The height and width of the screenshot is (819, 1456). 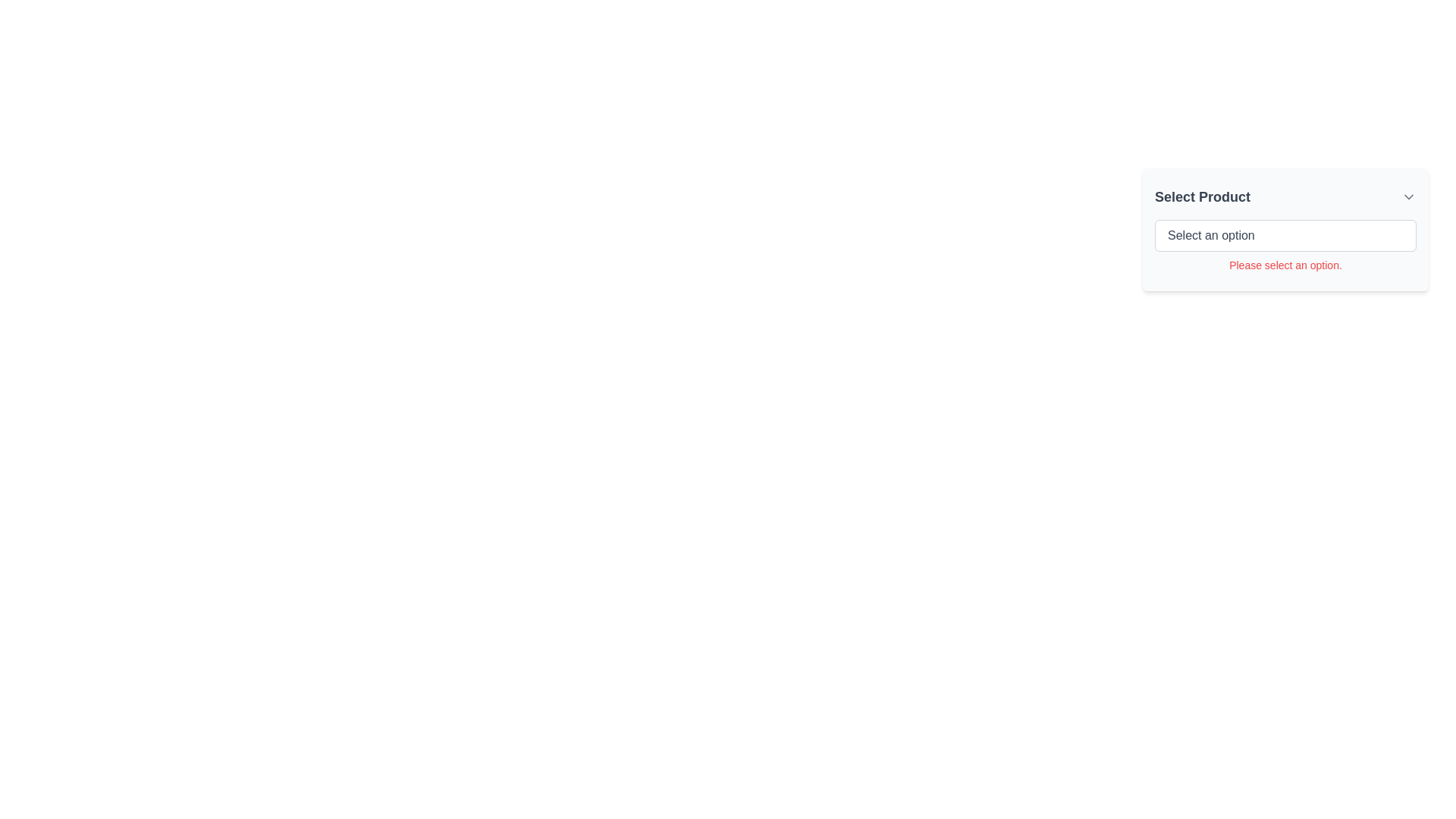 What do you see at coordinates (1202, 196) in the screenshot?
I see `the header text element displaying 'Select Product', which is a bold dark gray label located at the top-left corner of a card-like section` at bounding box center [1202, 196].